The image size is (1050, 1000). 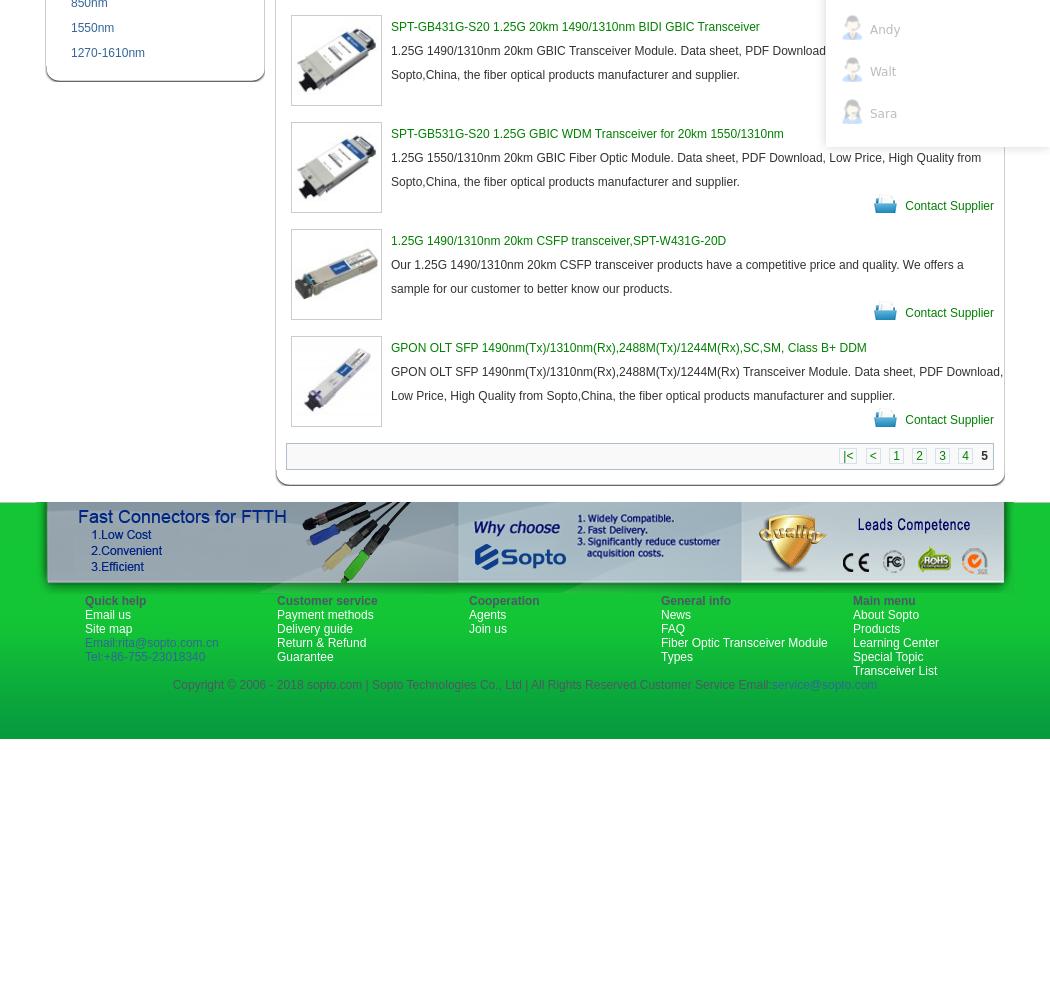 What do you see at coordinates (882, 112) in the screenshot?
I see `'Sara'` at bounding box center [882, 112].